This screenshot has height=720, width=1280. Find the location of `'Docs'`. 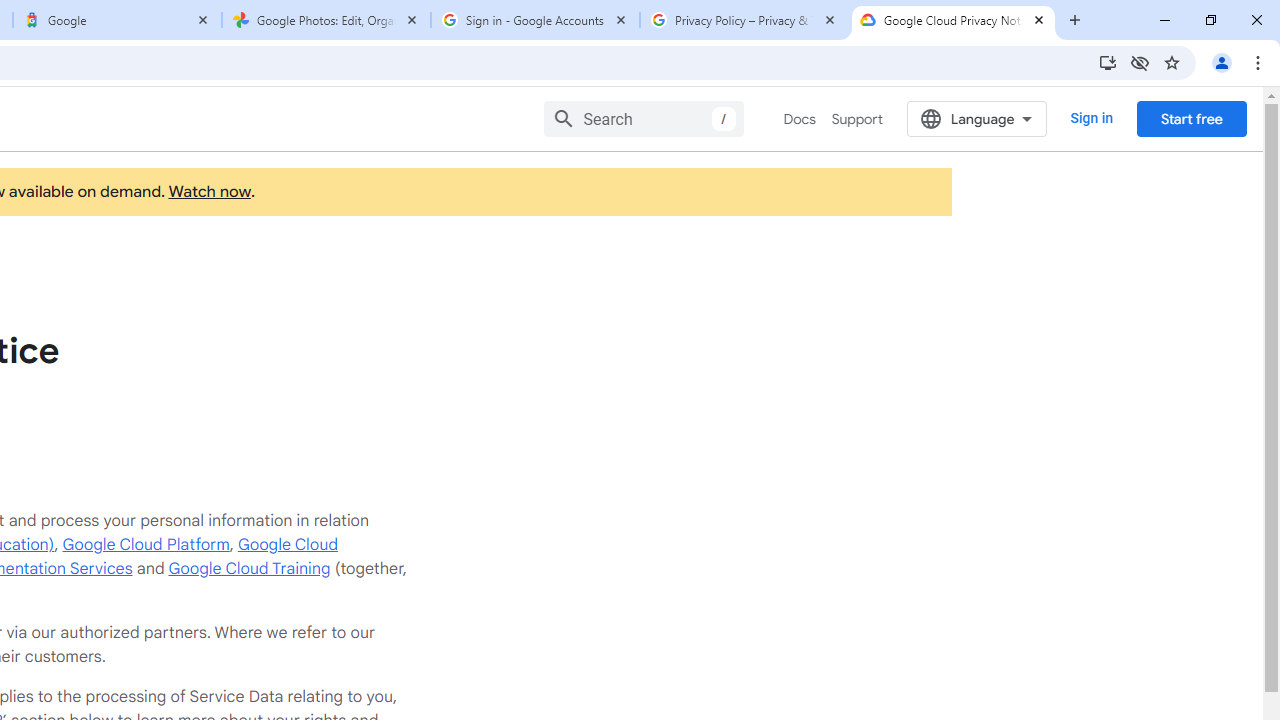

'Docs' is located at coordinates (800, 119).